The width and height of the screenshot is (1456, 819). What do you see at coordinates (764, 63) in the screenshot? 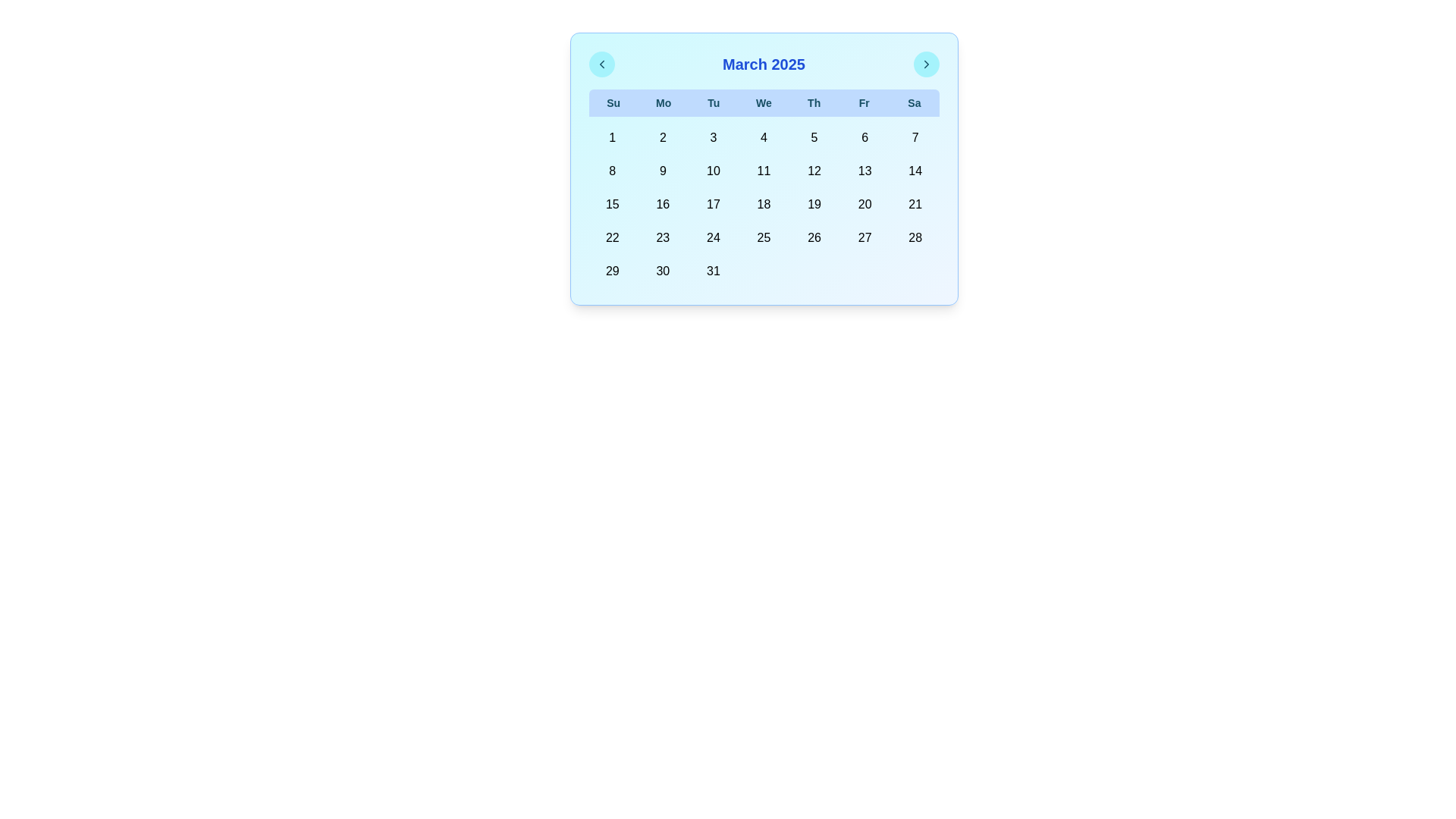
I see `text label 'March 2025' located at the top-center of the calendar header, which is displayed in bold blue font` at bounding box center [764, 63].